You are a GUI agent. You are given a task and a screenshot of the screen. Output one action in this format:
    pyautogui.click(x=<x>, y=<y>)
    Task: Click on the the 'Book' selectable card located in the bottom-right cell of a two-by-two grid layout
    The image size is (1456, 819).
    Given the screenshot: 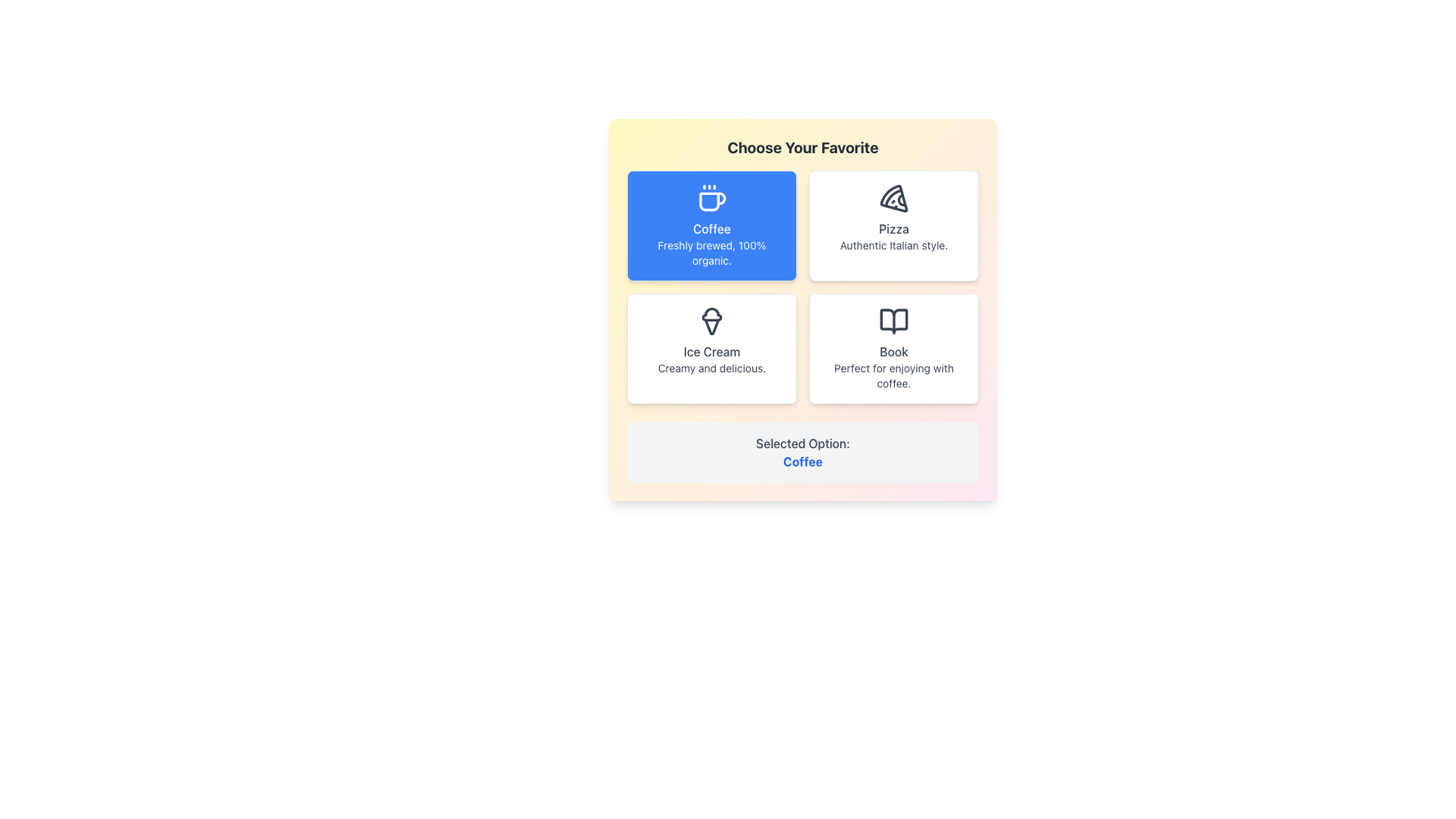 What is the action you would take?
    pyautogui.click(x=894, y=348)
    